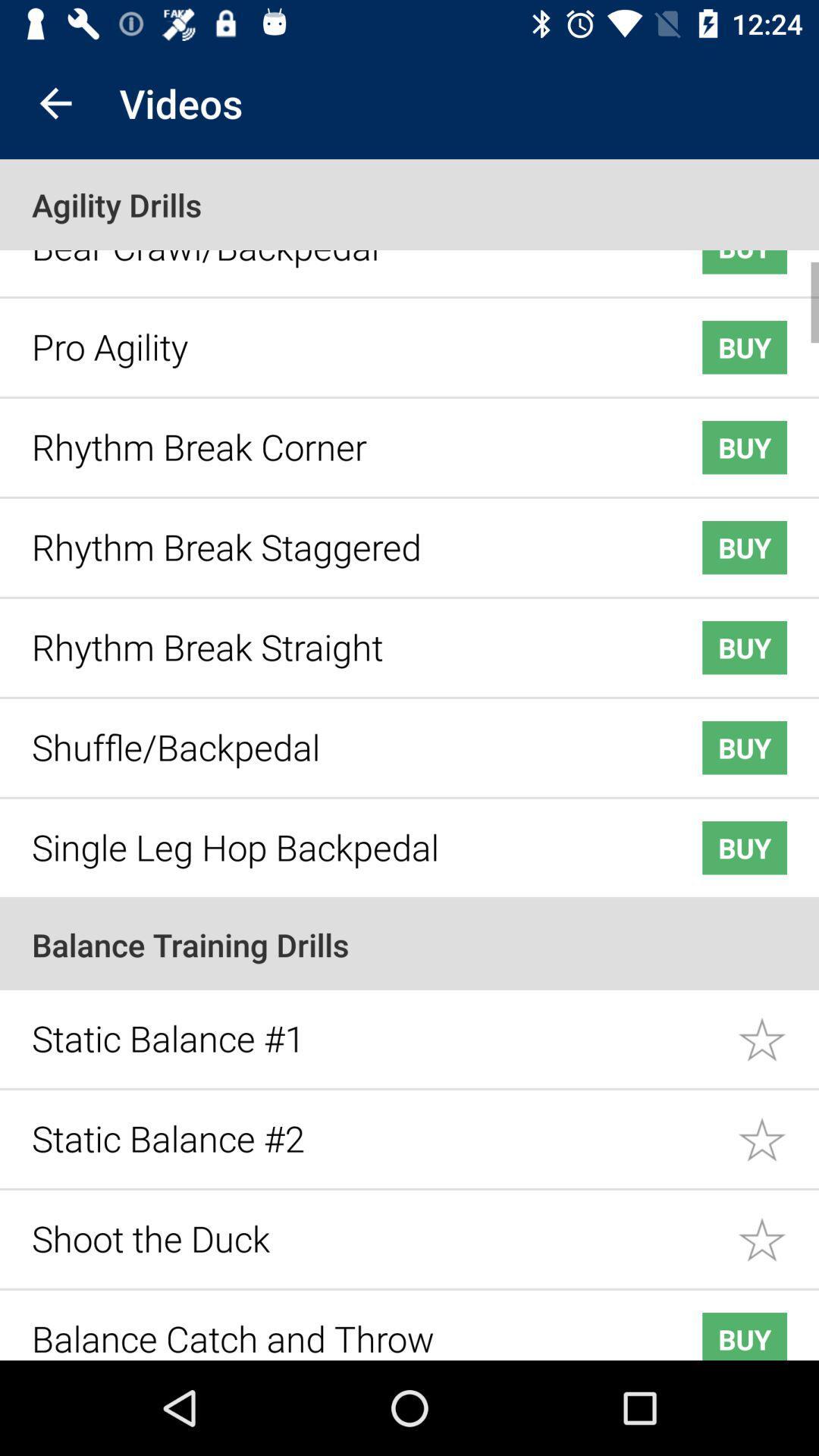 This screenshot has width=819, height=1456. I want to click on the item next to the buy, so click(343, 1326).